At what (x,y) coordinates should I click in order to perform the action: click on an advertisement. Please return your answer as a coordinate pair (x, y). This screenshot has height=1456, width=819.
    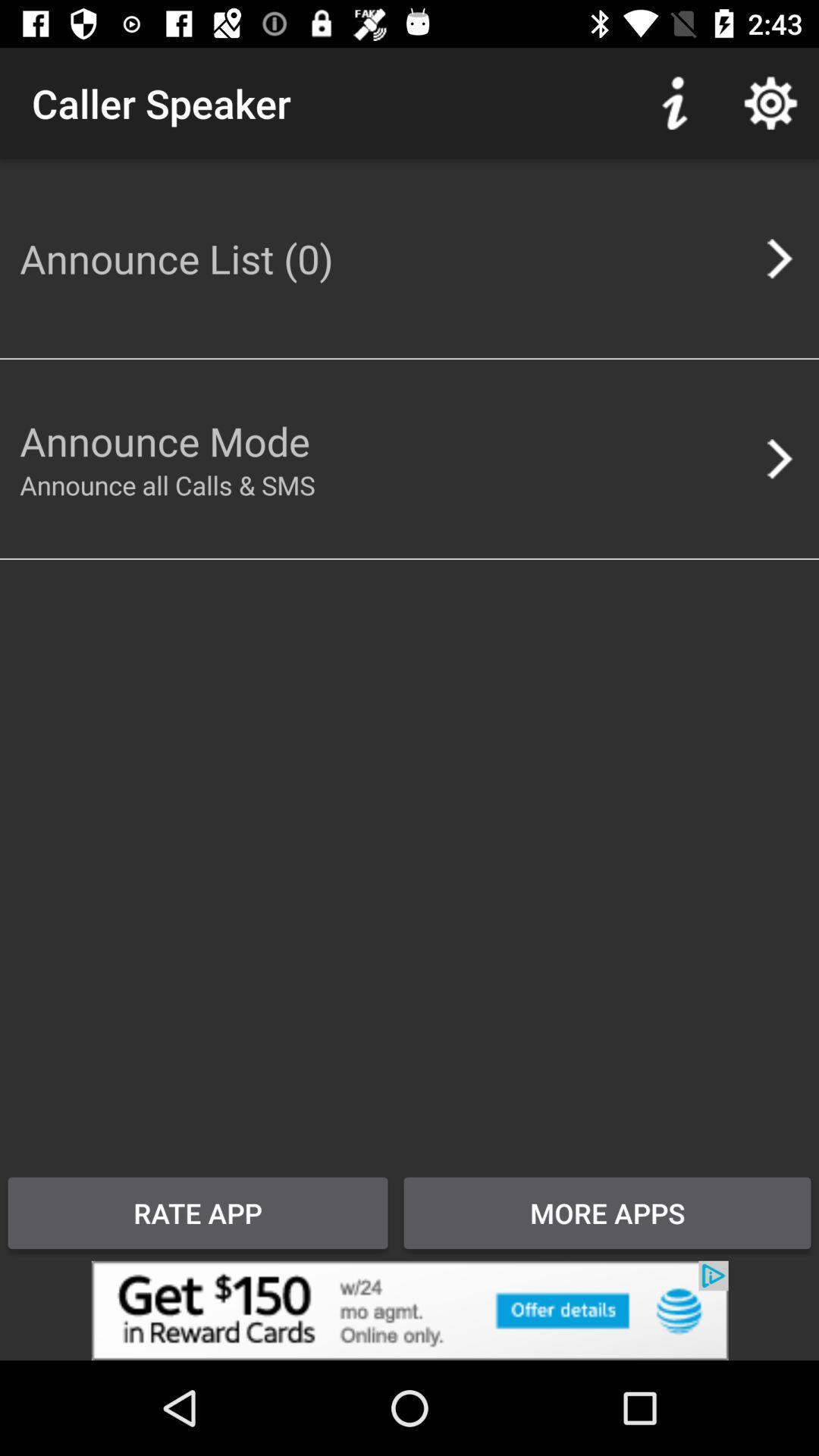
    Looking at the image, I should click on (409, 1310).